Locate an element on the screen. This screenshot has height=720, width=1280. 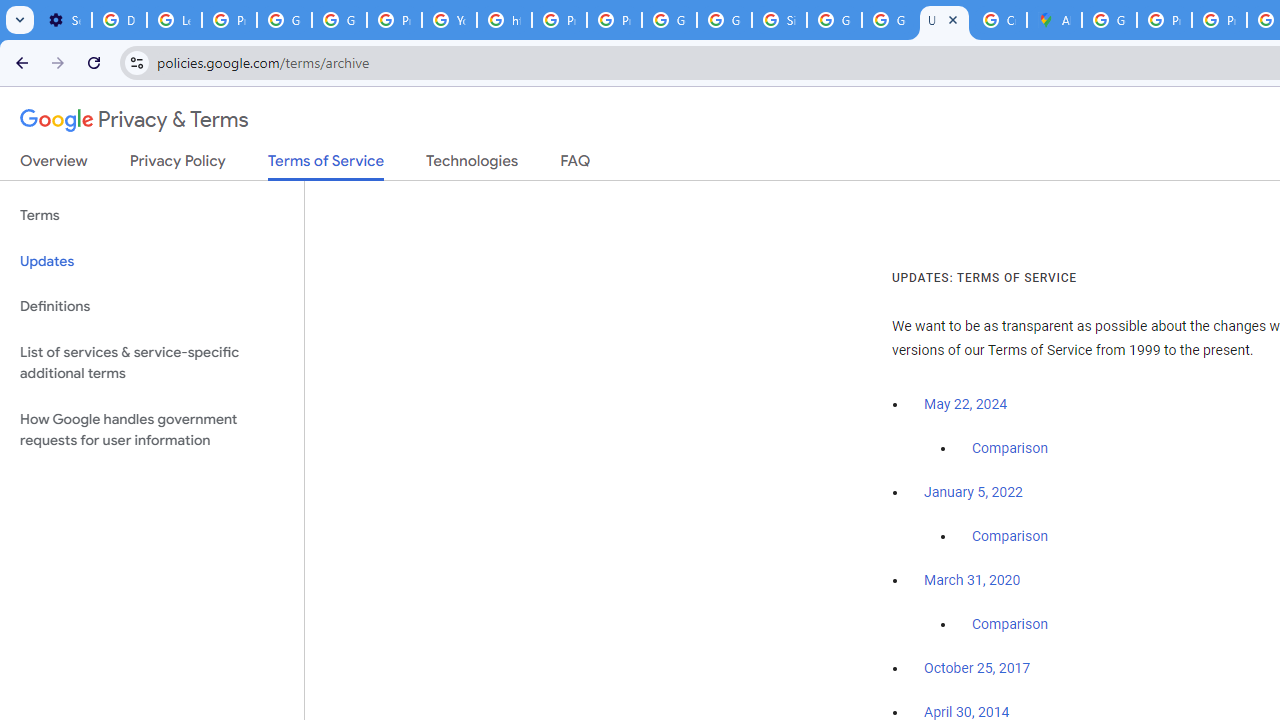
'Privacy Help Center - Policies Help' is located at coordinates (1164, 20).